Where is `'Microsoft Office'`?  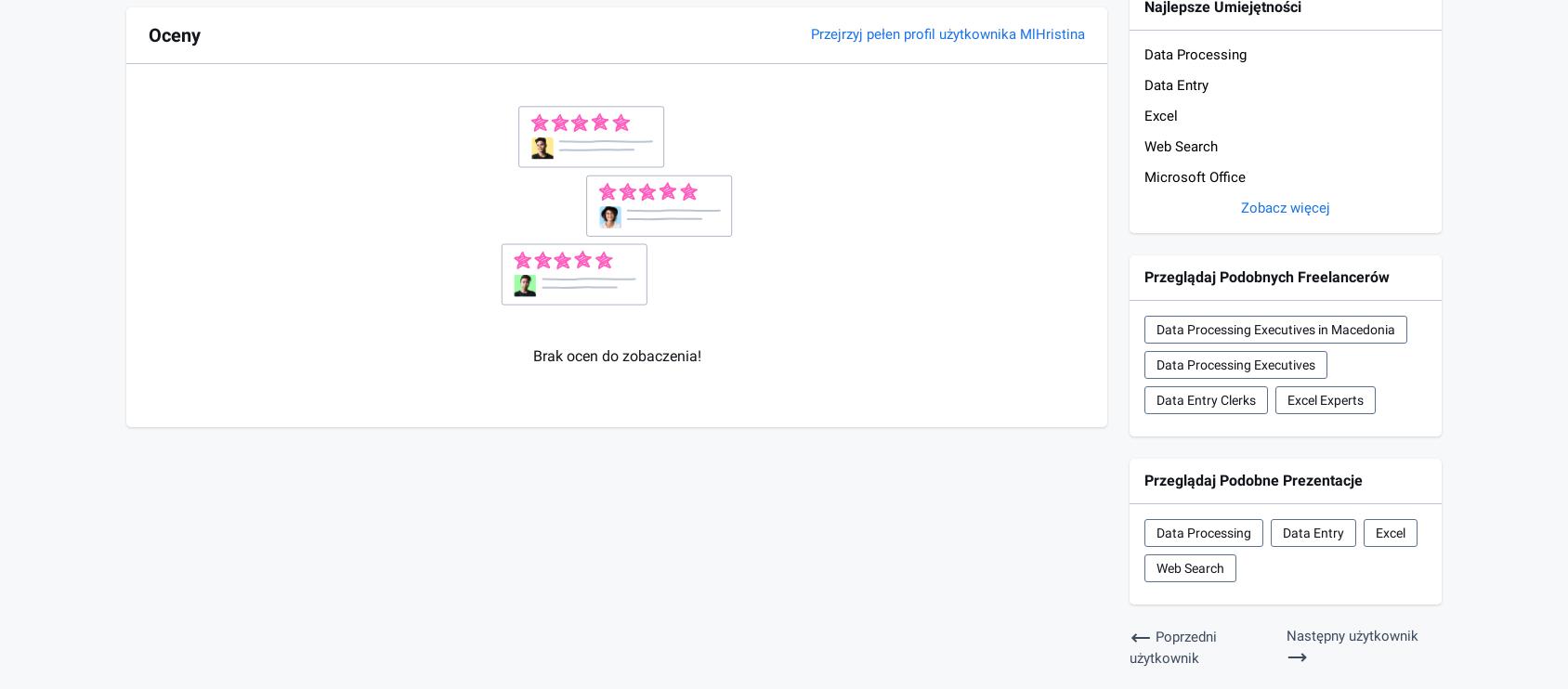 'Microsoft Office' is located at coordinates (1144, 176).